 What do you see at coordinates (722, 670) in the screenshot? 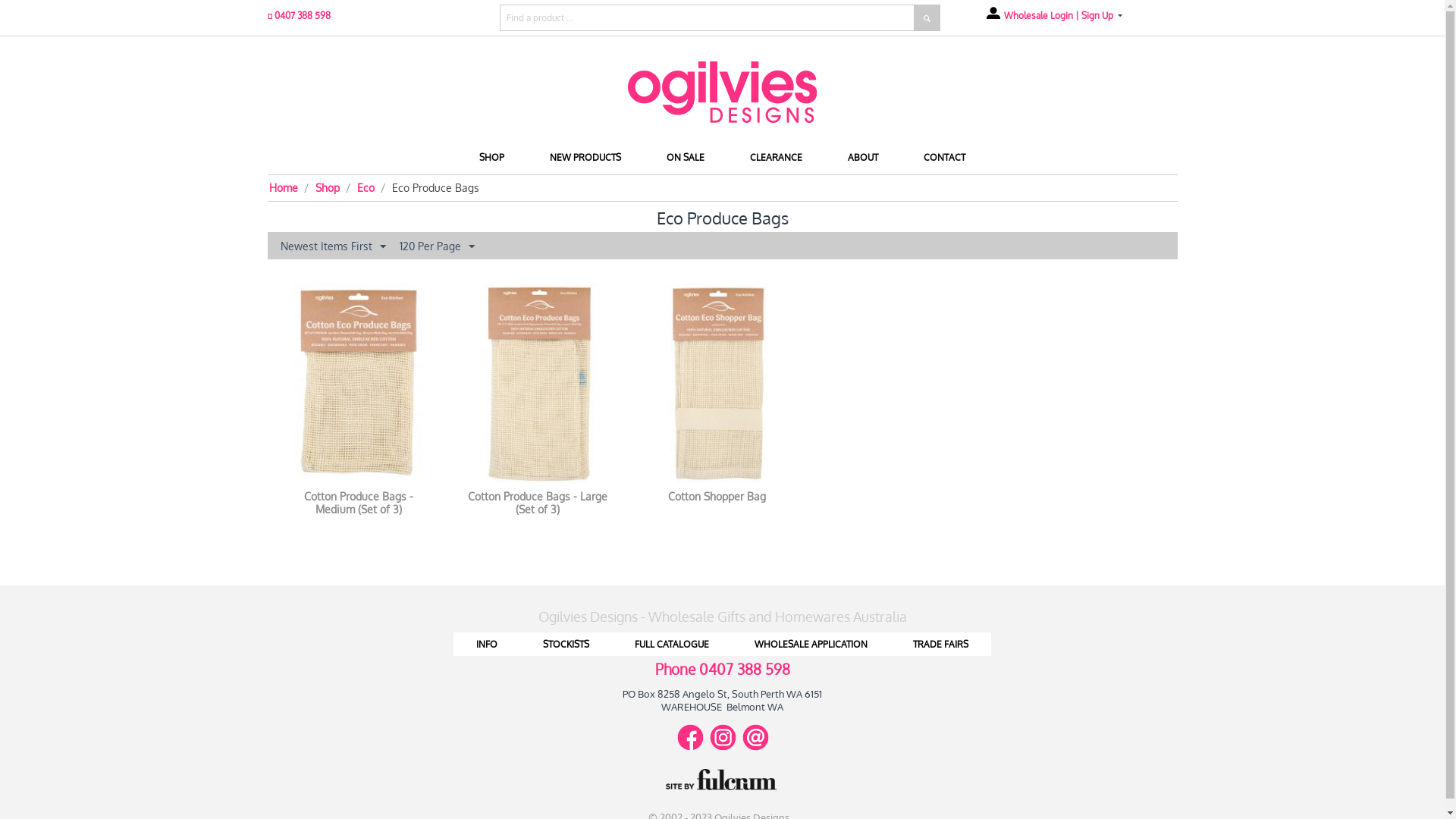
I see `'Phone 0407 388 598'` at bounding box center [722, 670].